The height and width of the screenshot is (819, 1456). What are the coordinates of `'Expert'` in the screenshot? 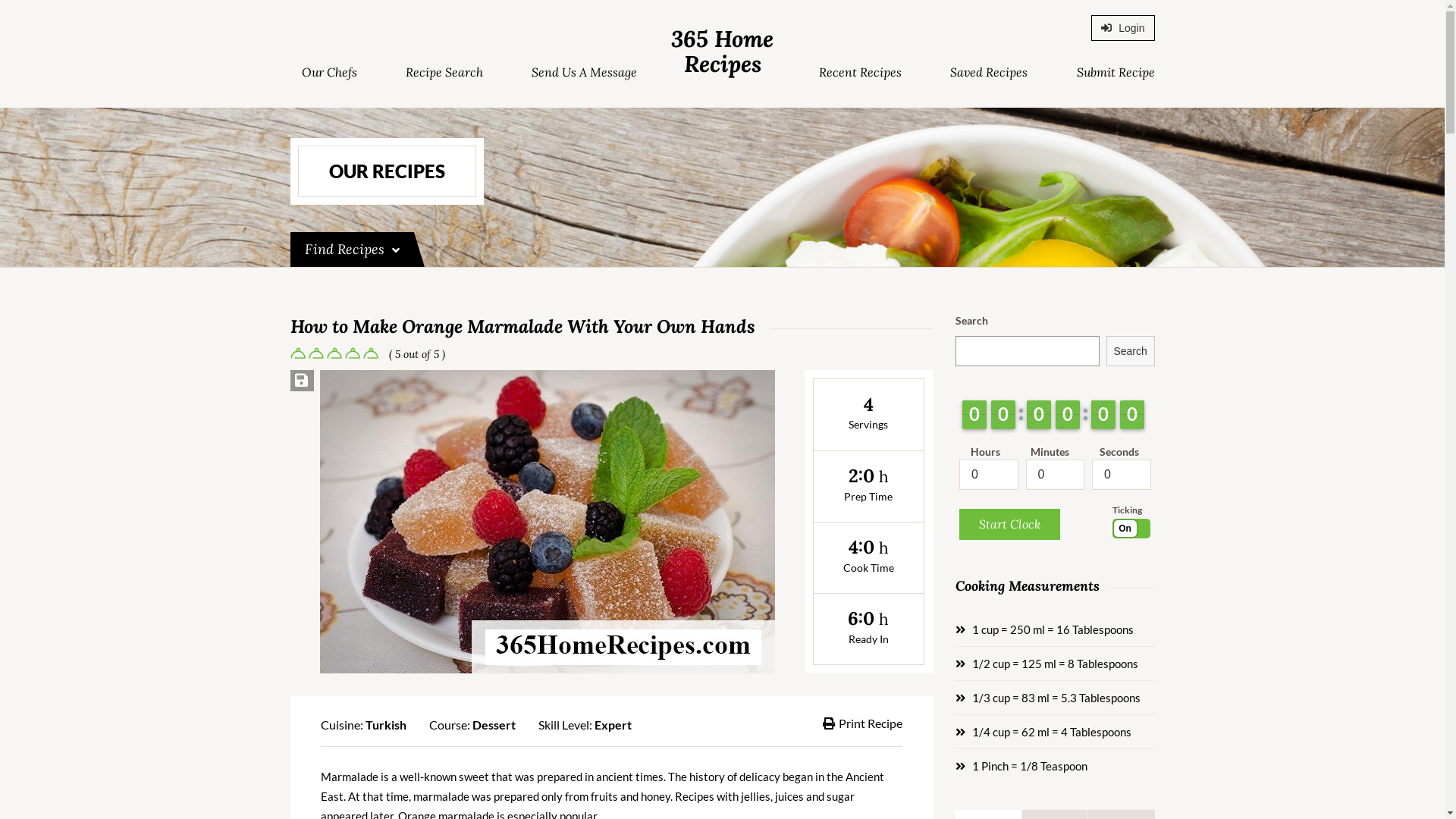 It's located at (613, 723).